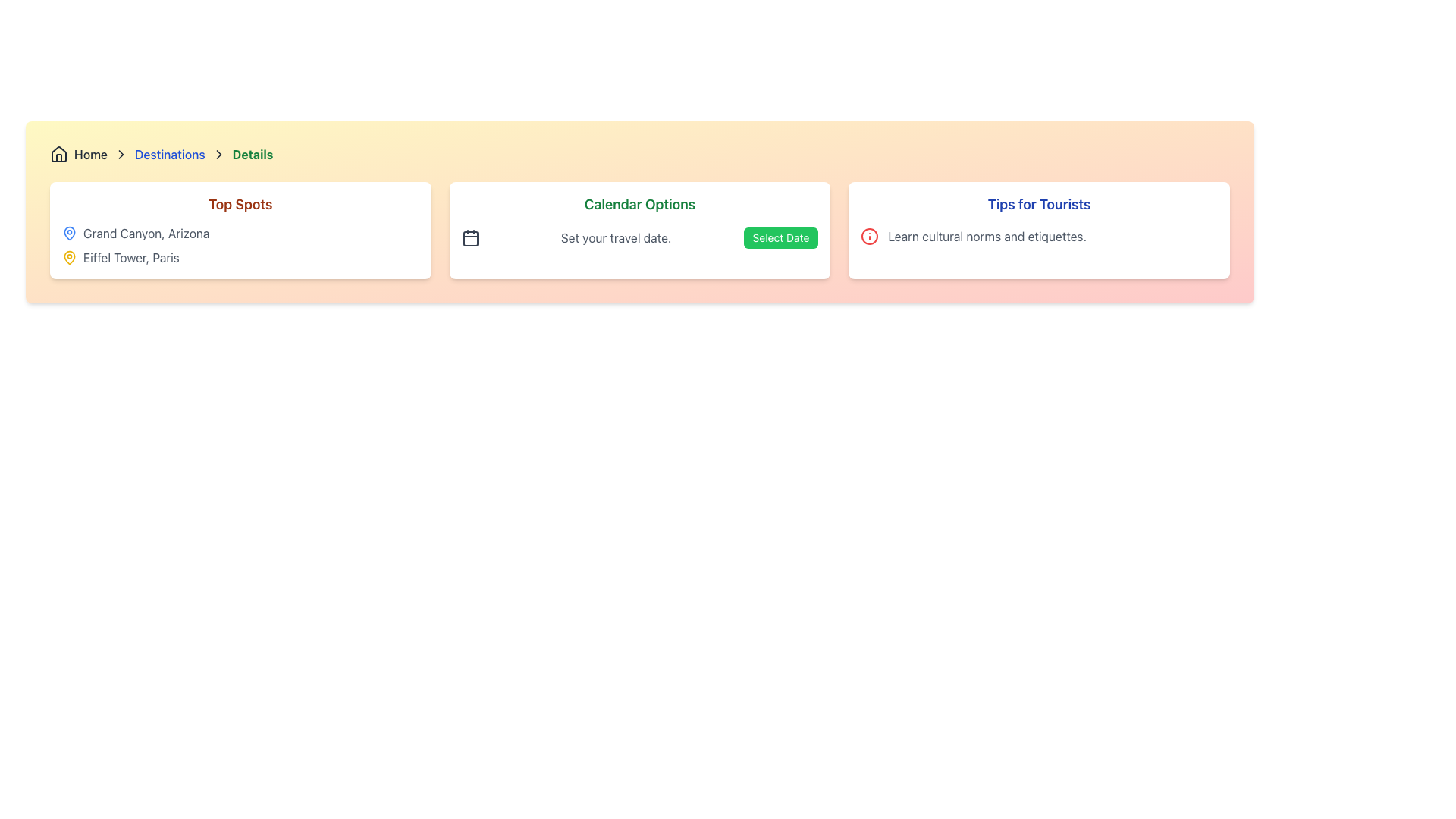 The width and height of the screenshot is (1456, 819). Describe the element at coordinates (68, 256) in the screenshot. I see `the icon that symbolizes the geographical location of 'Eiffel Tower, Paris' in the second line of the 'Top Spots' list for interaction, if enabled` at that location.